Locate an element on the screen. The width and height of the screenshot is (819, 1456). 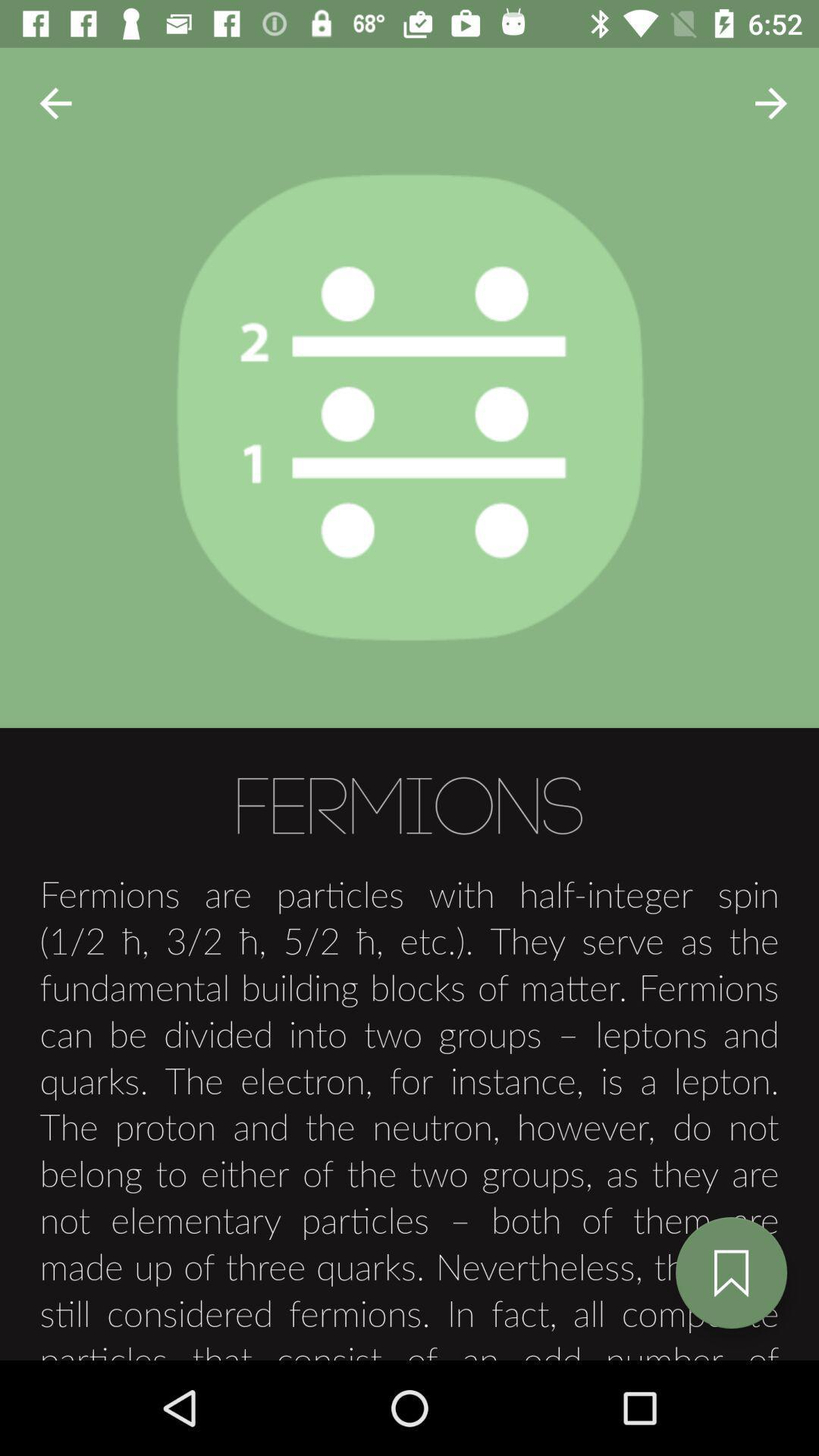
next is located at coordinates (55, 102).